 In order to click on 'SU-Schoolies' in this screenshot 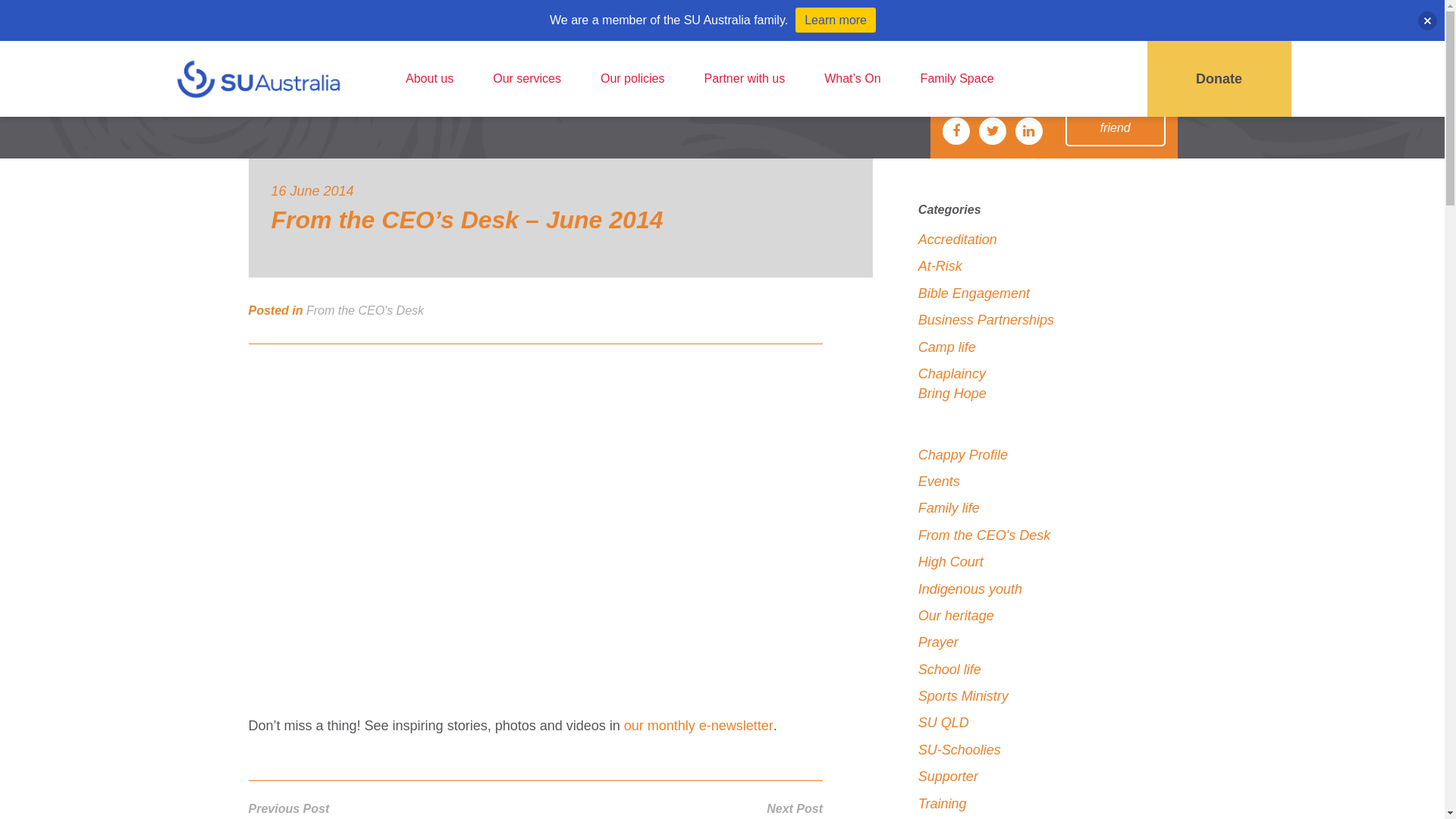, I will do `click(959, 748)`.